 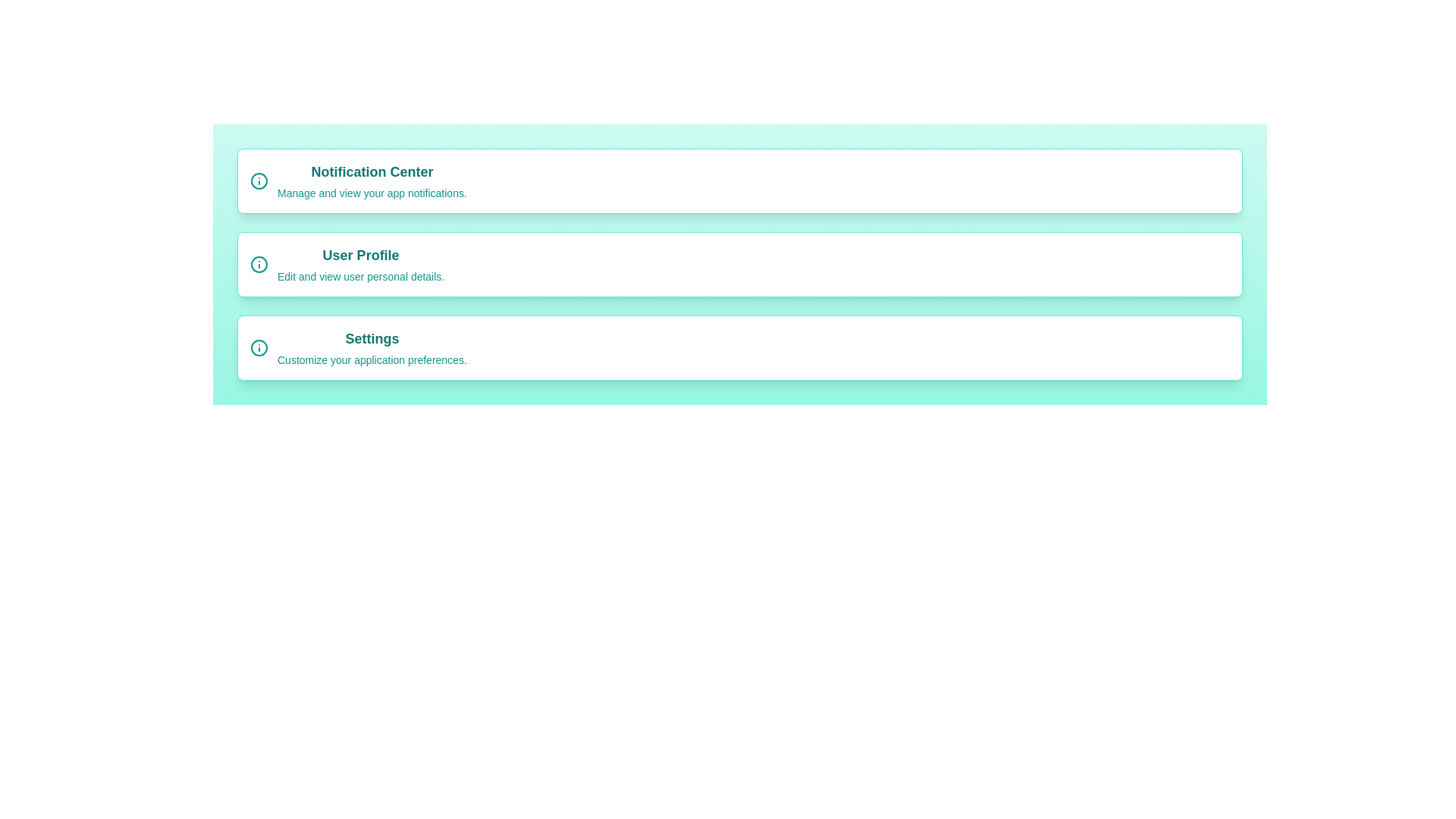 I want to click on the primary title or header text element located in the second section of the vertically aligned list of card-like components to focus on the section, so click(x=360, y=254).